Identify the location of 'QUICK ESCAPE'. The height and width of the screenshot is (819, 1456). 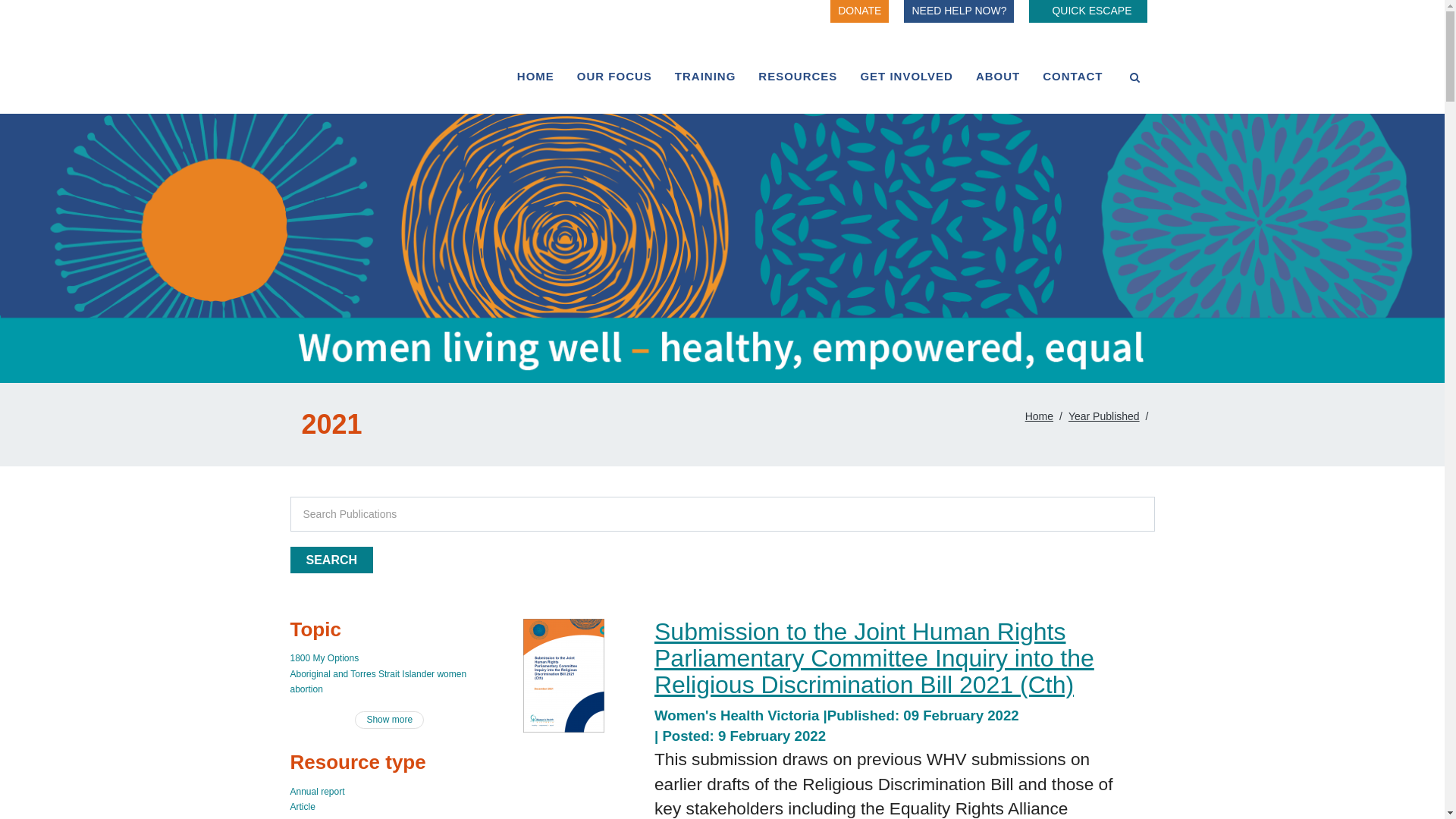
(1087, 11).